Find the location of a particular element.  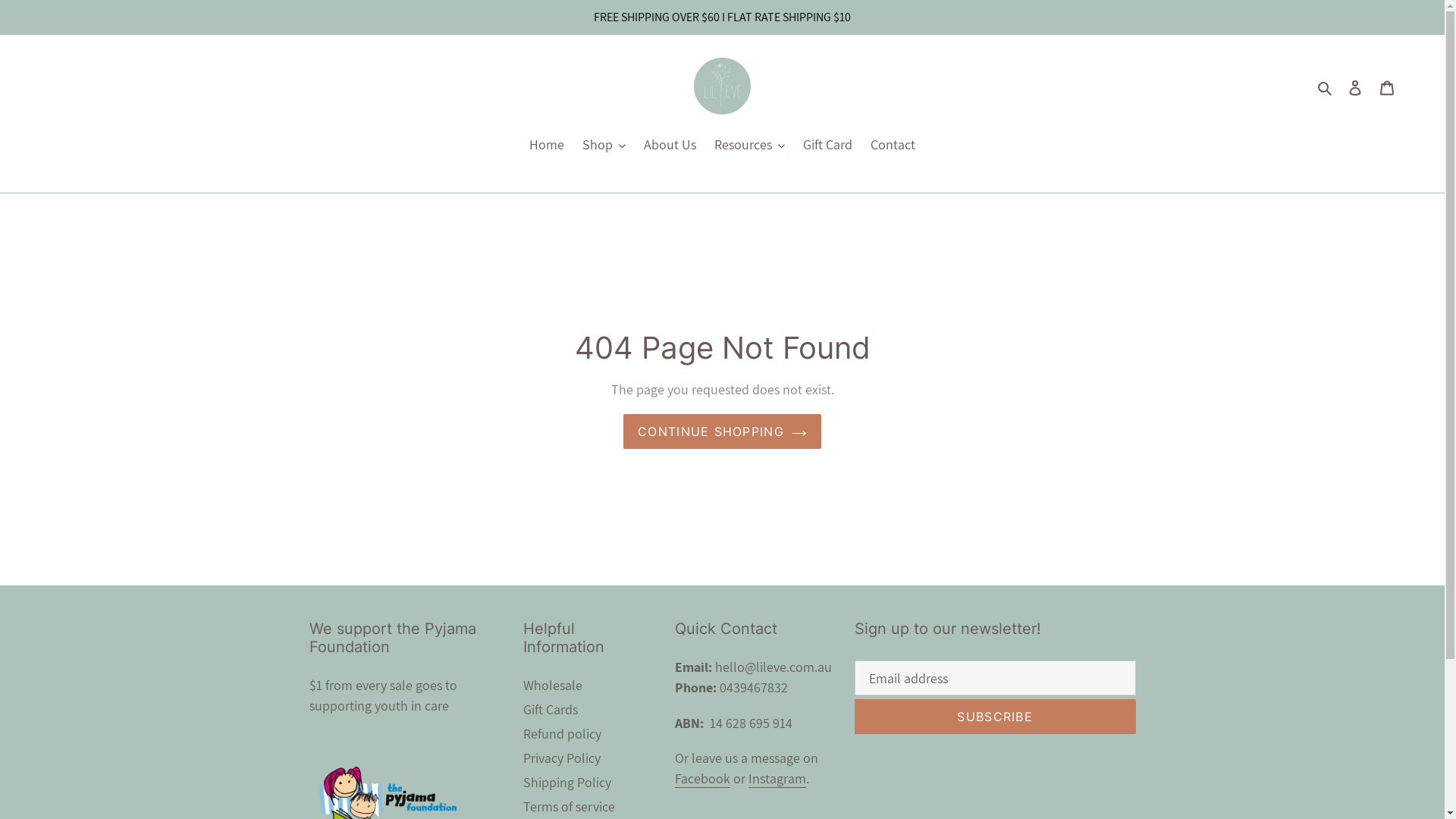

'Home' is located at coordinates (521, 145).